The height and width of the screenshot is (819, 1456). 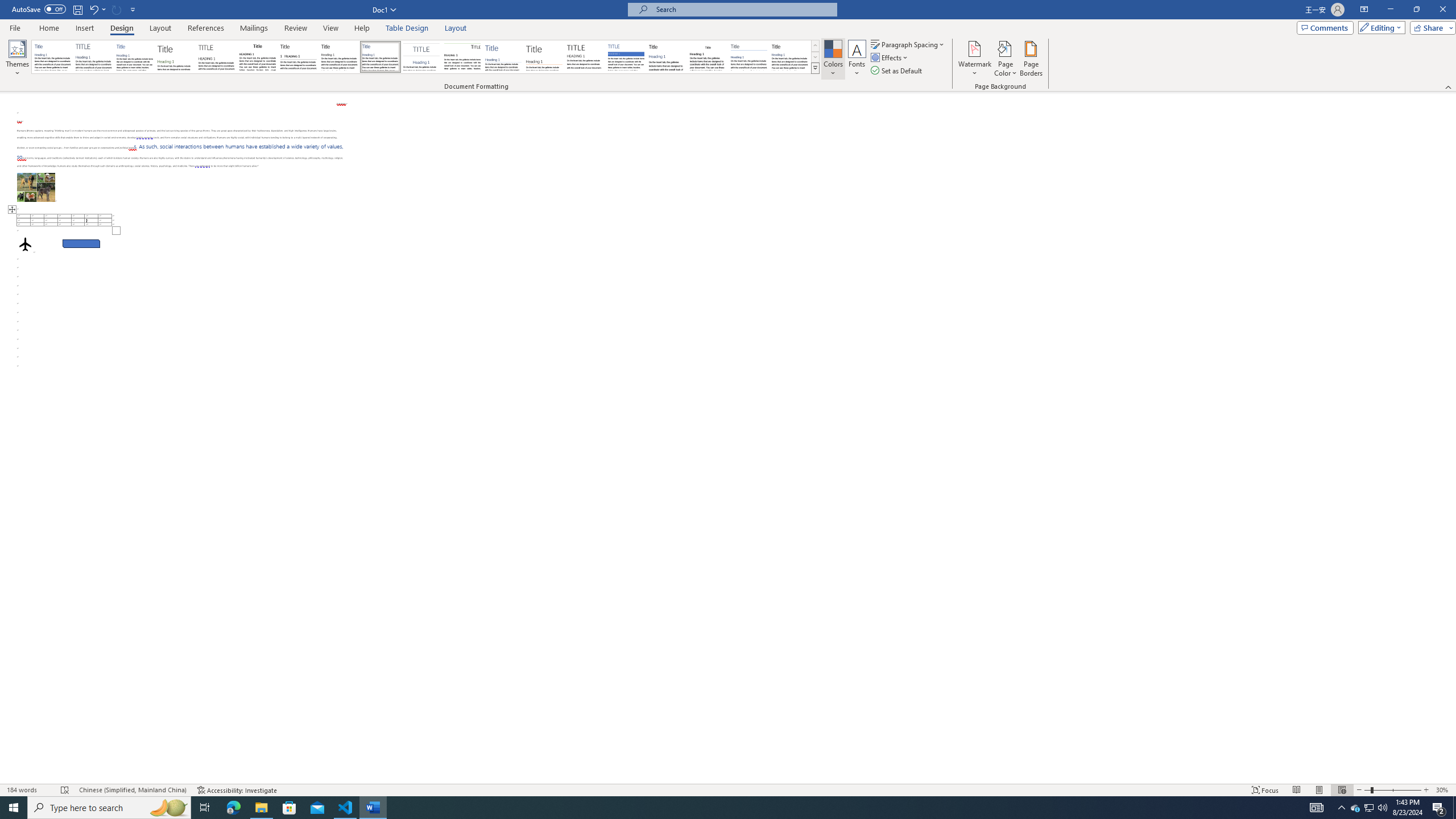 I want to click on 'Row Down', so click(x=814, y=56).